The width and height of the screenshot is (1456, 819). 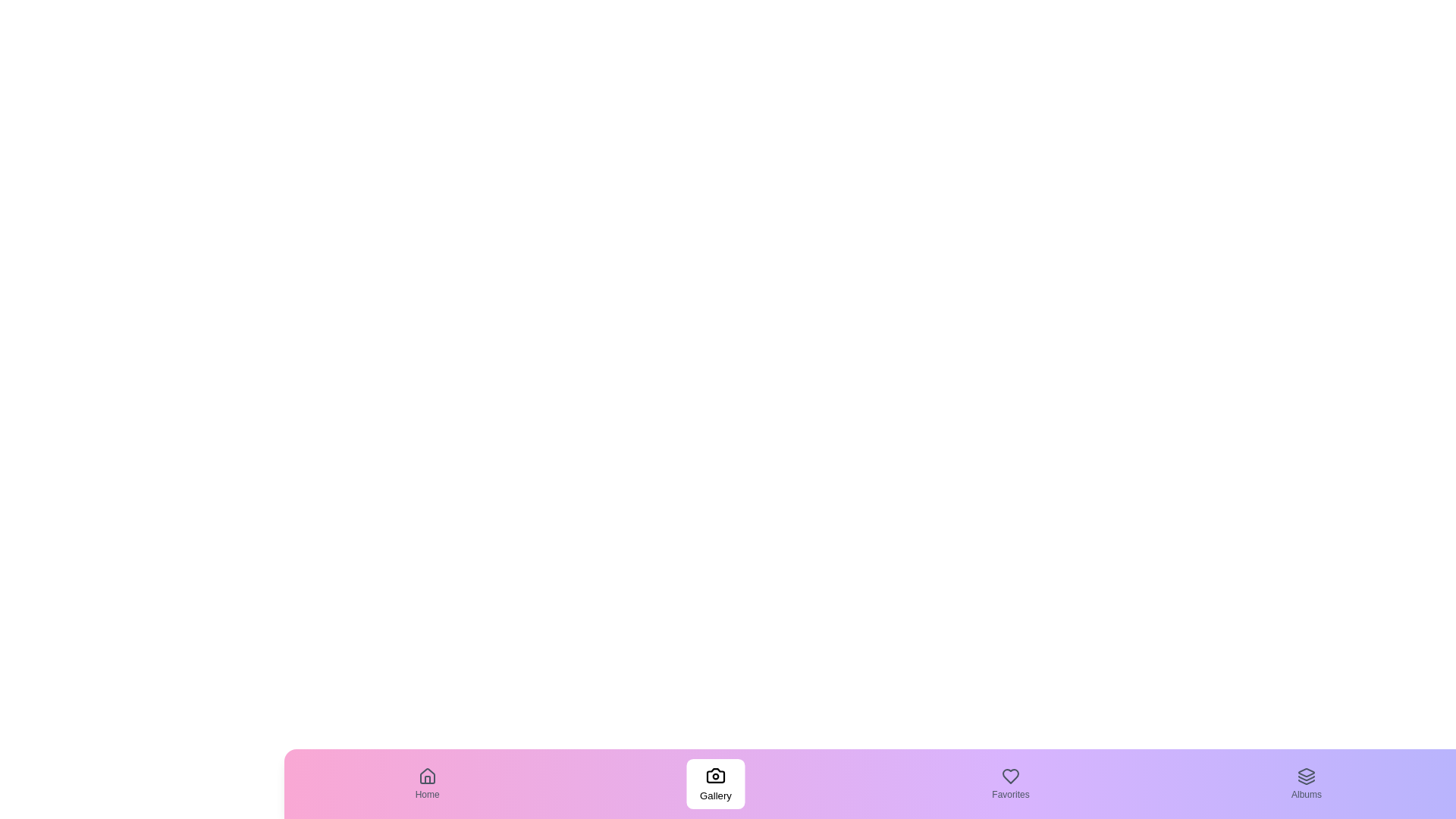 What do you see at coordinates (1011, 783) in the screenshot?
I see `the tab labeled Favorites to observe its hover effect` at bounding box center [1011, 783].